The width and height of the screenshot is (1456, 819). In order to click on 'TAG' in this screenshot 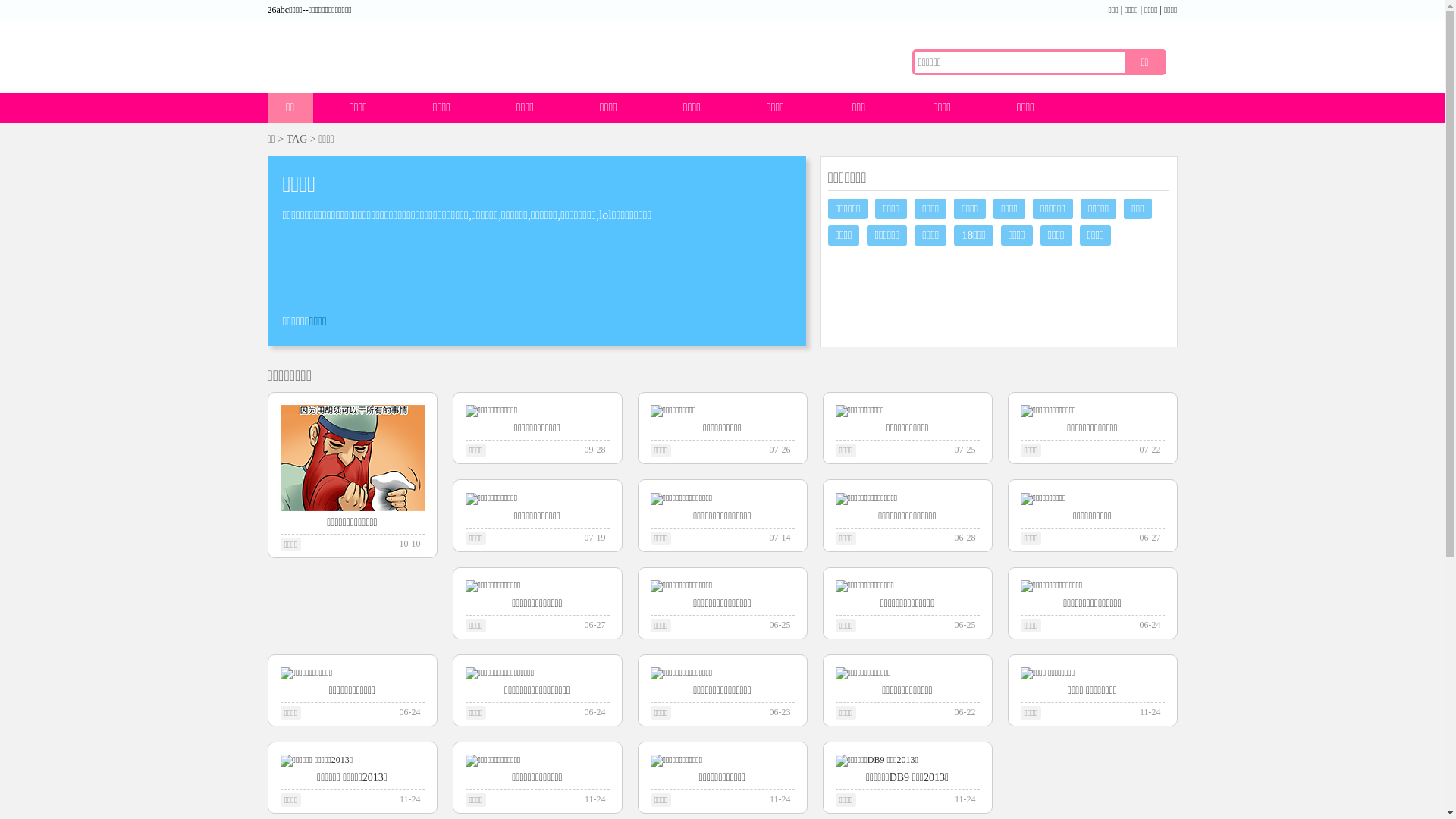, I will do `click(297, 139)`.